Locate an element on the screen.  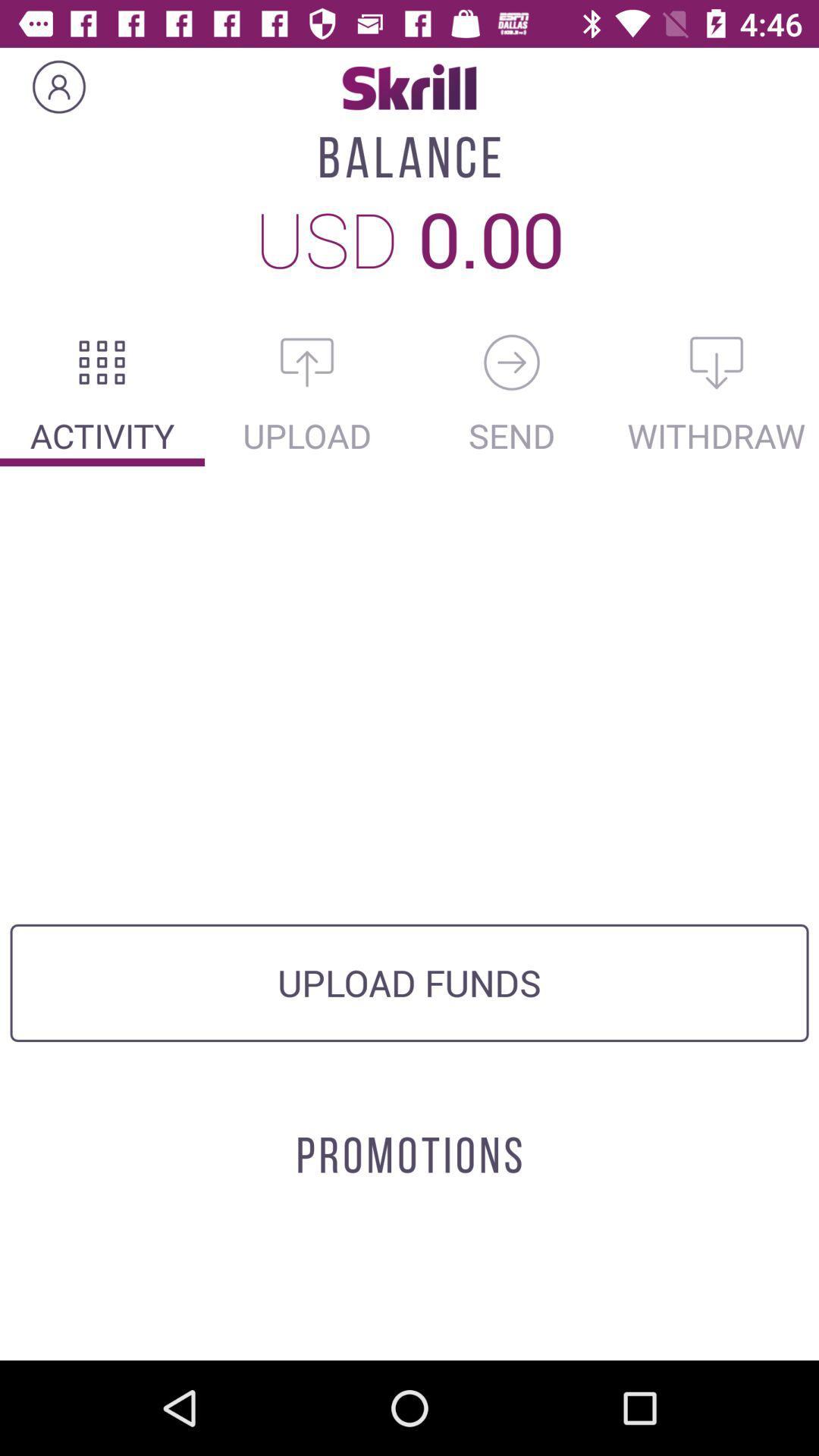
the dialpad icon is located at coordinates (102, 362).